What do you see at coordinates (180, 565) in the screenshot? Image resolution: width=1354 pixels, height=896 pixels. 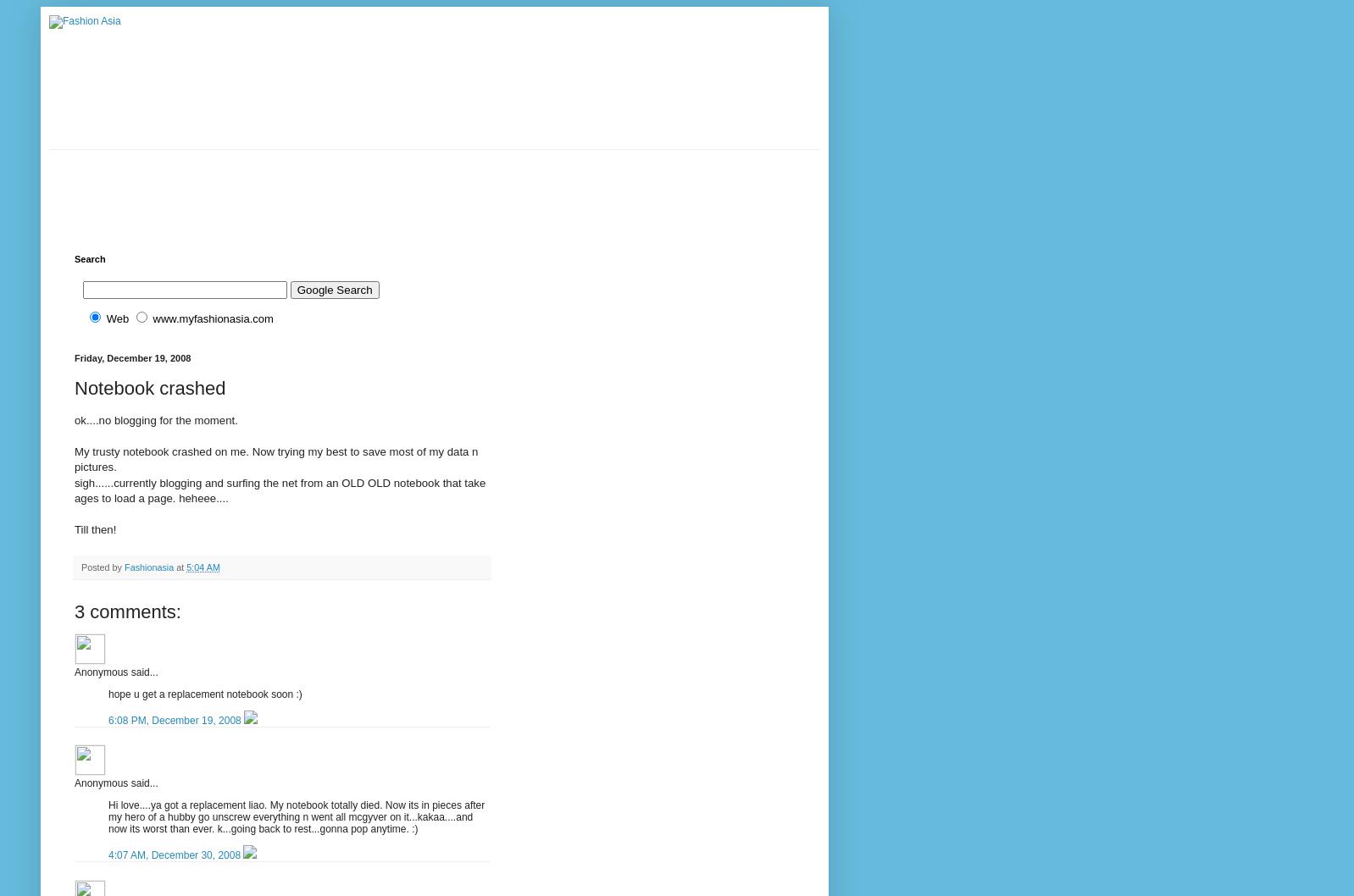 I see `'at'` at bounding box center [180, 565].